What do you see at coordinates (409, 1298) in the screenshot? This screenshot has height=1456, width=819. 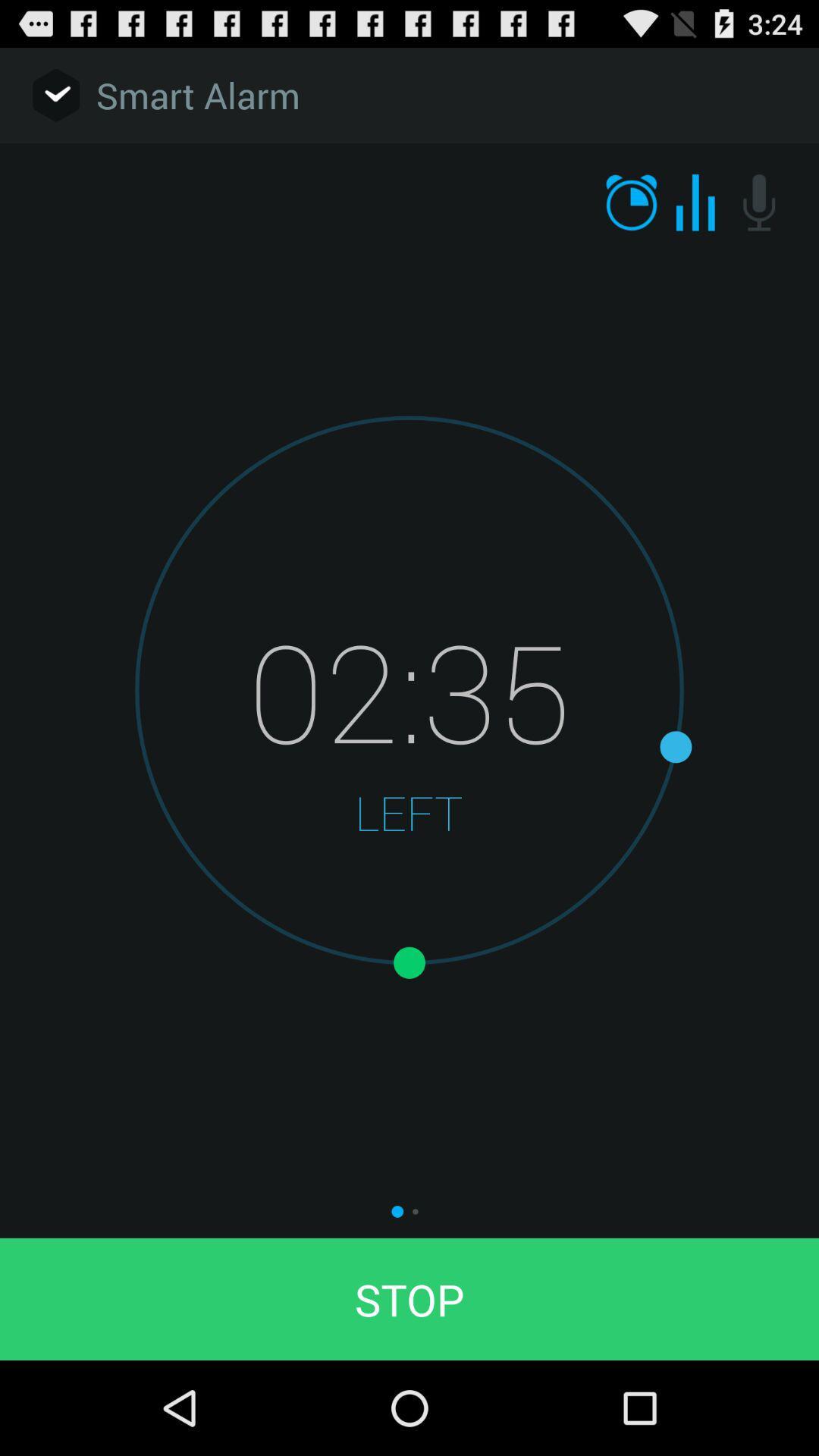 I see `the stop item` at bounding box center [409, 1298].